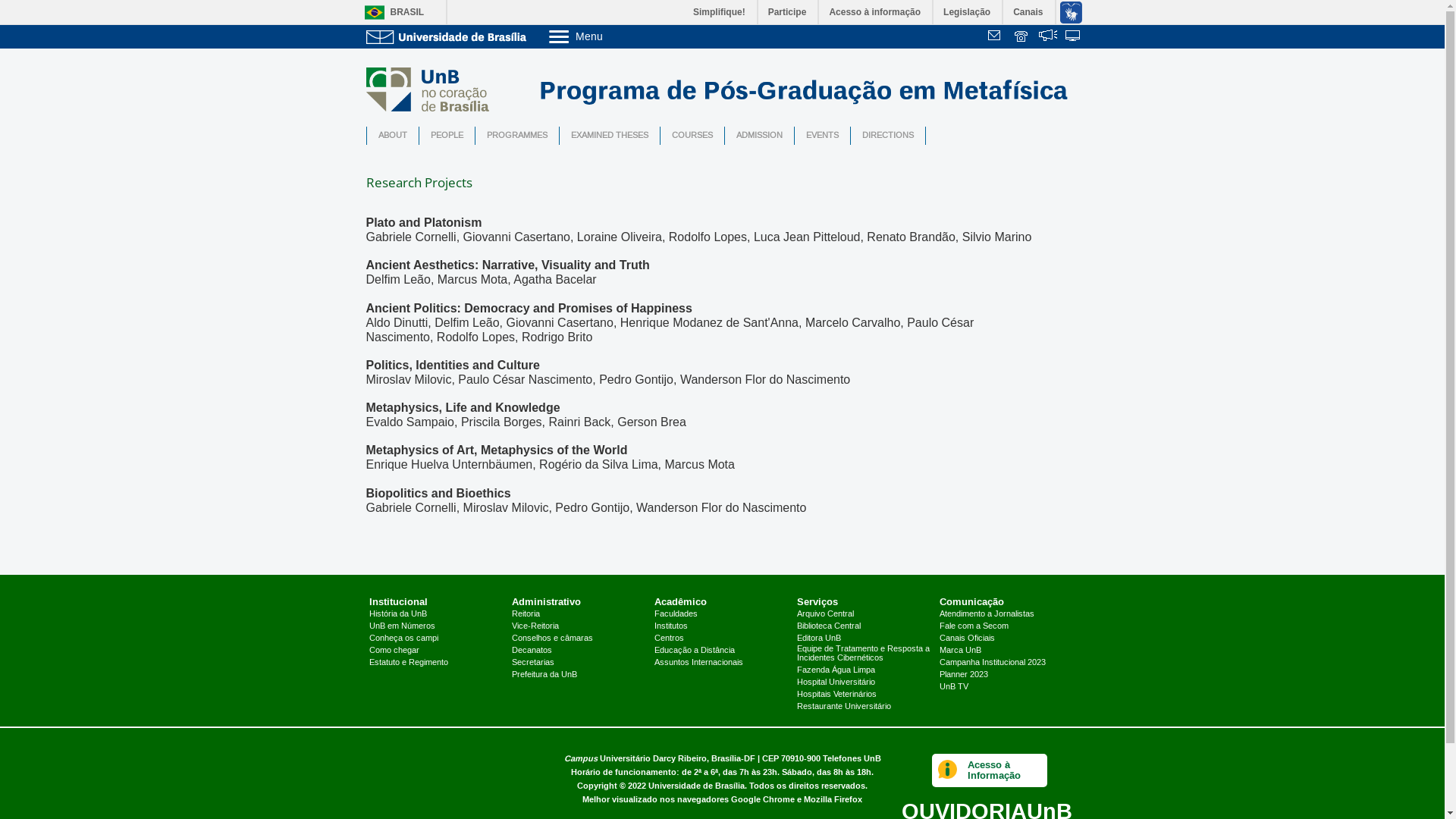 The image size is (1456, 819). Describe the element at coordinates (987, 36) in the screenshot. I see `'Webmail'` at that location.